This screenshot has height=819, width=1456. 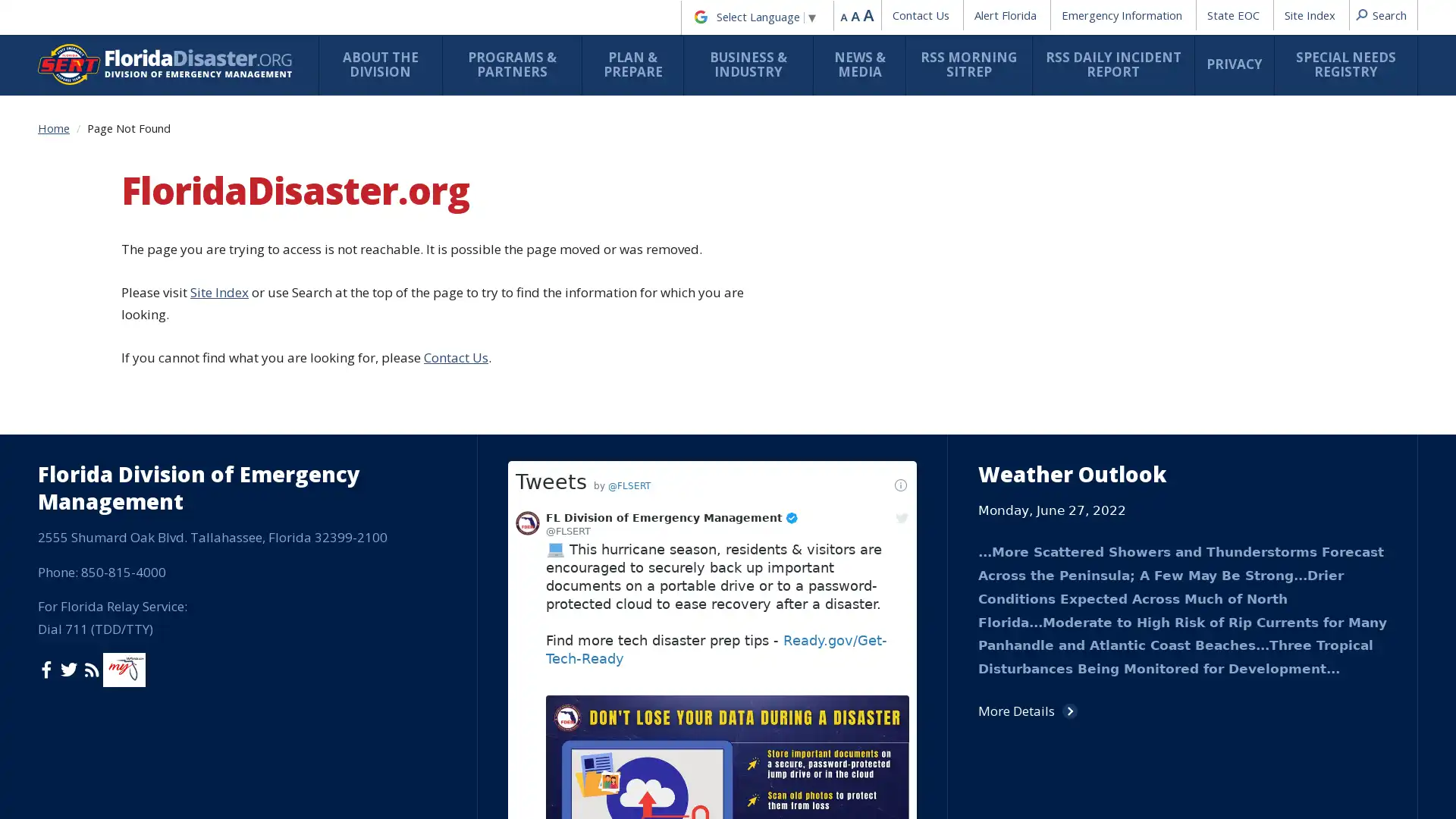 I want to click on Toggle More, so click(x=455, y=115).